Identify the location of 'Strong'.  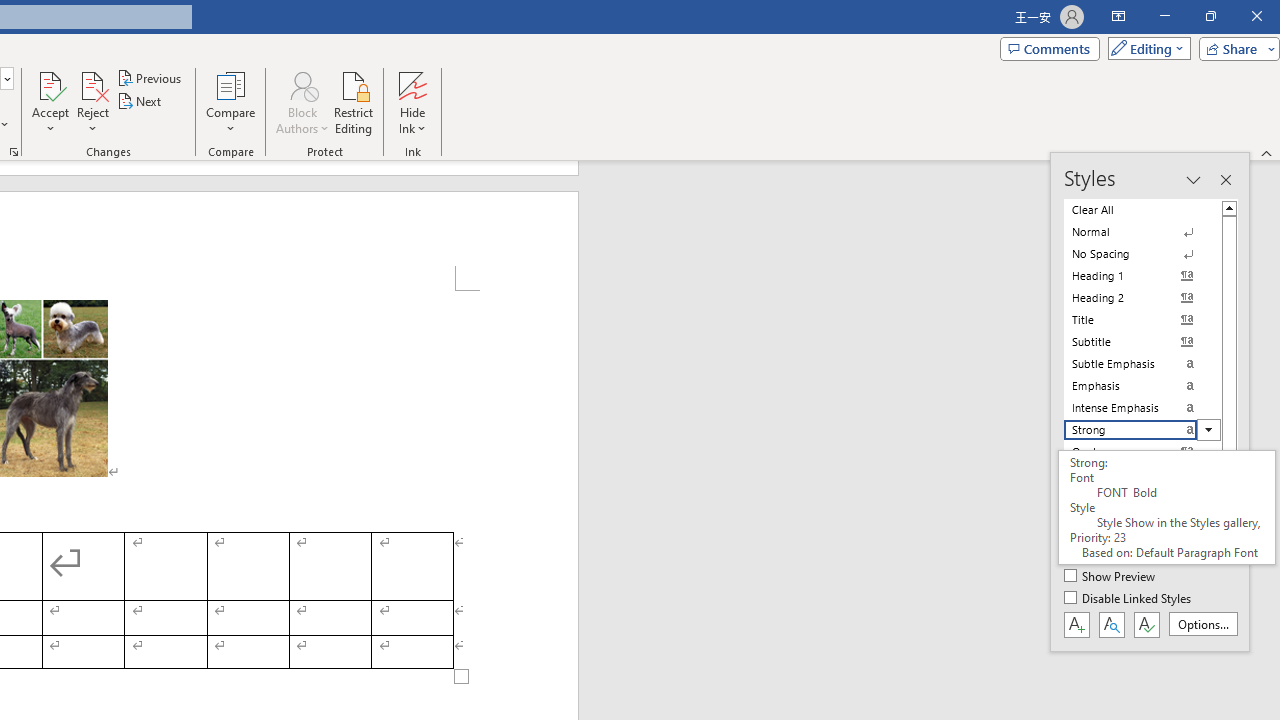
(1142, 428).